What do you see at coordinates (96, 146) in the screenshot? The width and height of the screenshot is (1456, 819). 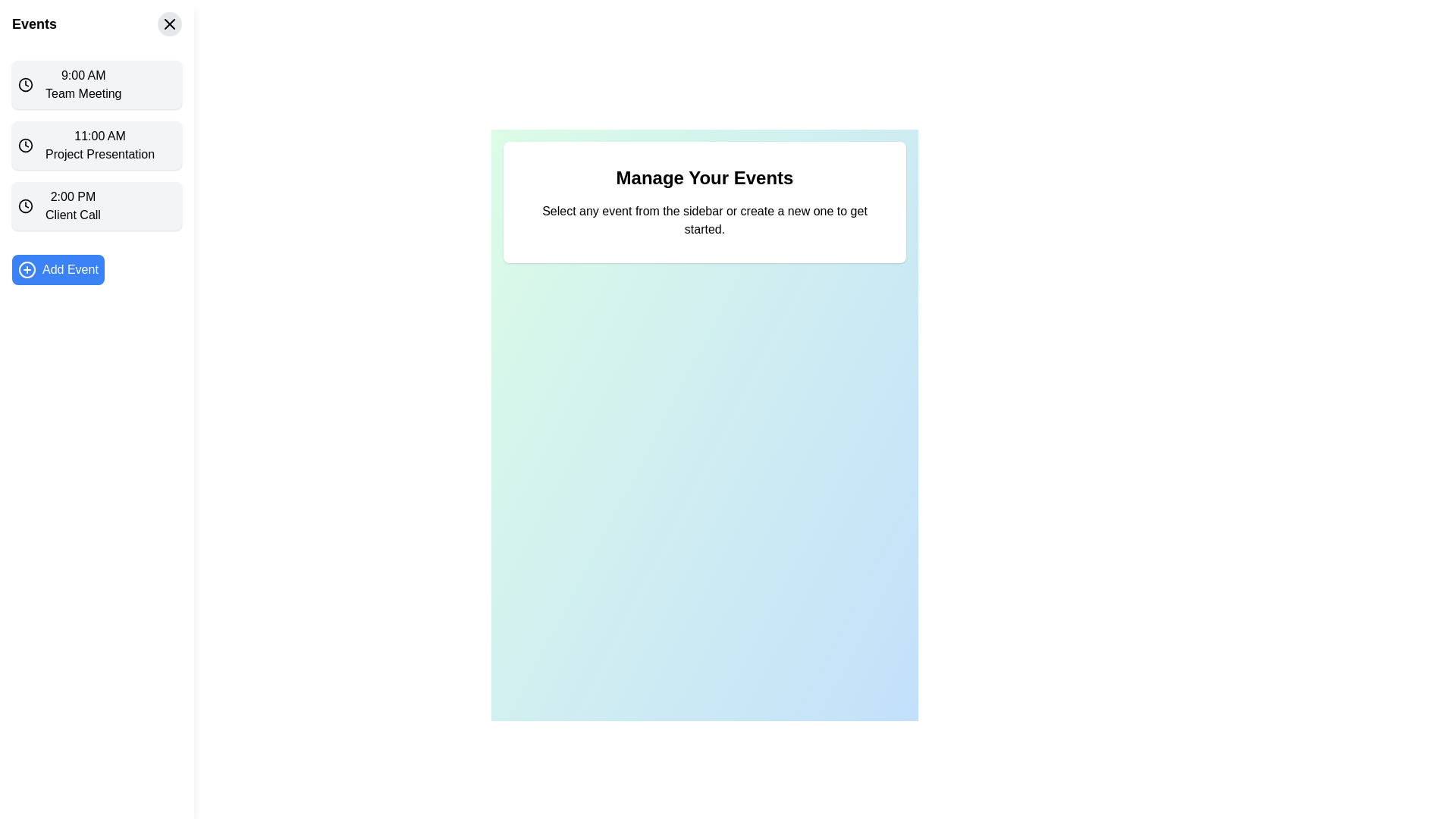 I see `the list item displaying '11:00 AM' and 'Project Presentation'` at bounding box center [96, 146].